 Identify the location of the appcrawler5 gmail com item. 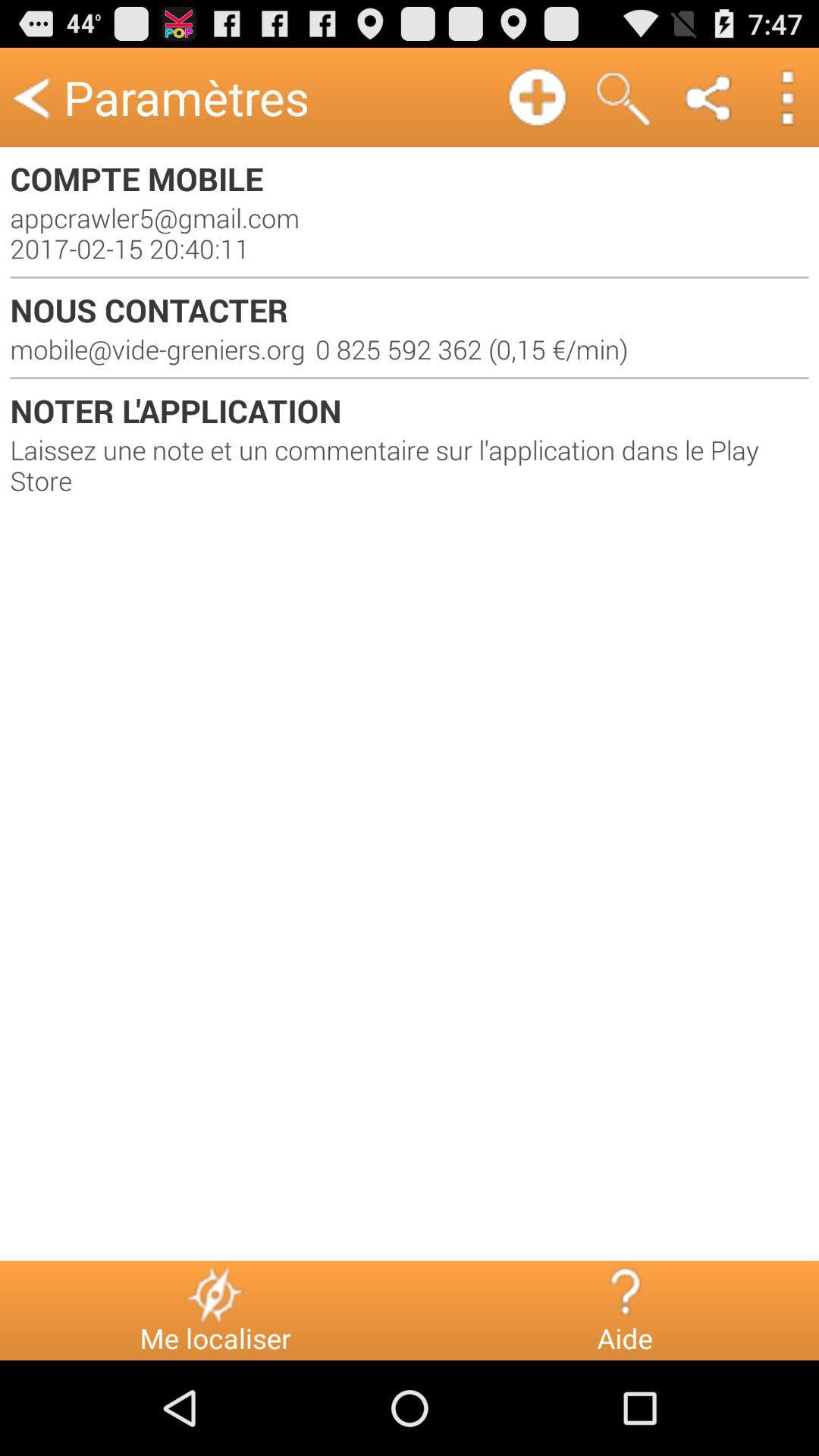
(409, 232).